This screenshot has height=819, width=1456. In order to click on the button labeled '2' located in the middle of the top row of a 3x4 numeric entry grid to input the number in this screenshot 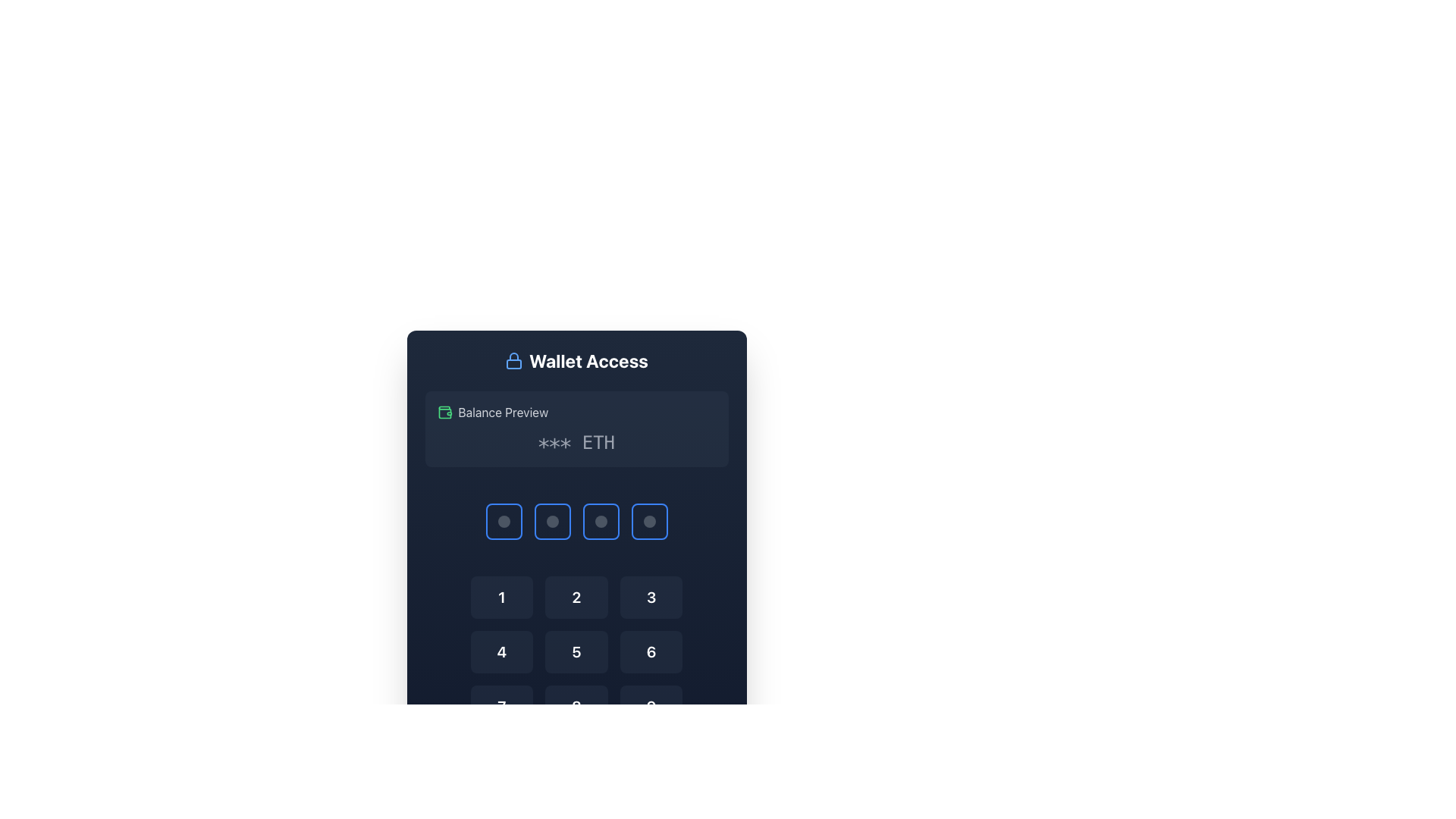, I will do `click(576, 596)`.